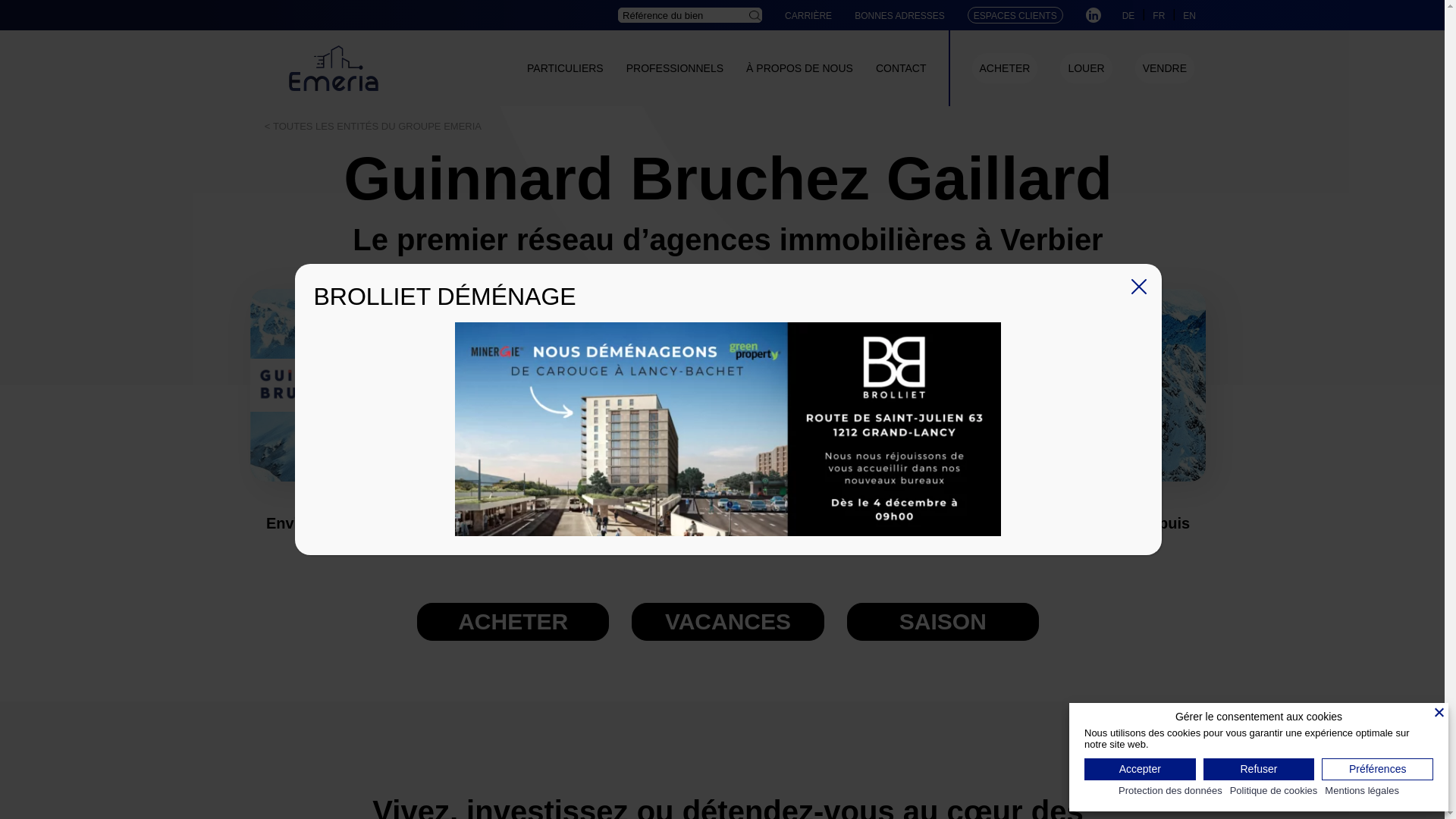 The height and width of the screenshot is (819, 1456). Describe the element at coordinates (1005, 67) in the screenshot. I see `'ACHETER'` at that location.